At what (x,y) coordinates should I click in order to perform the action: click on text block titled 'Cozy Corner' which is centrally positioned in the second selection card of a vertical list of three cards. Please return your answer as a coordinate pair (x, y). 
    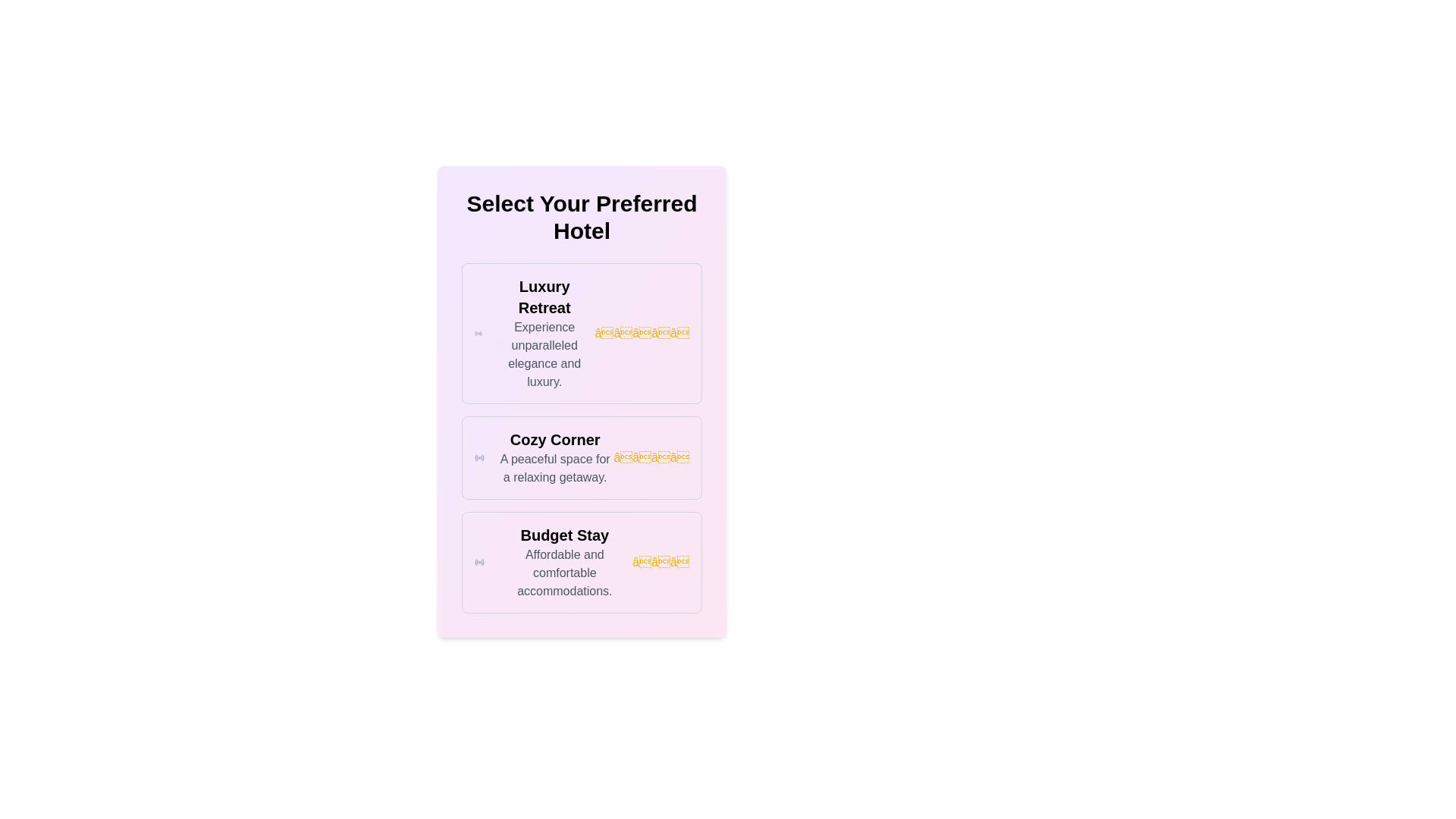
    Looking at the image, I should click on (554, 457).